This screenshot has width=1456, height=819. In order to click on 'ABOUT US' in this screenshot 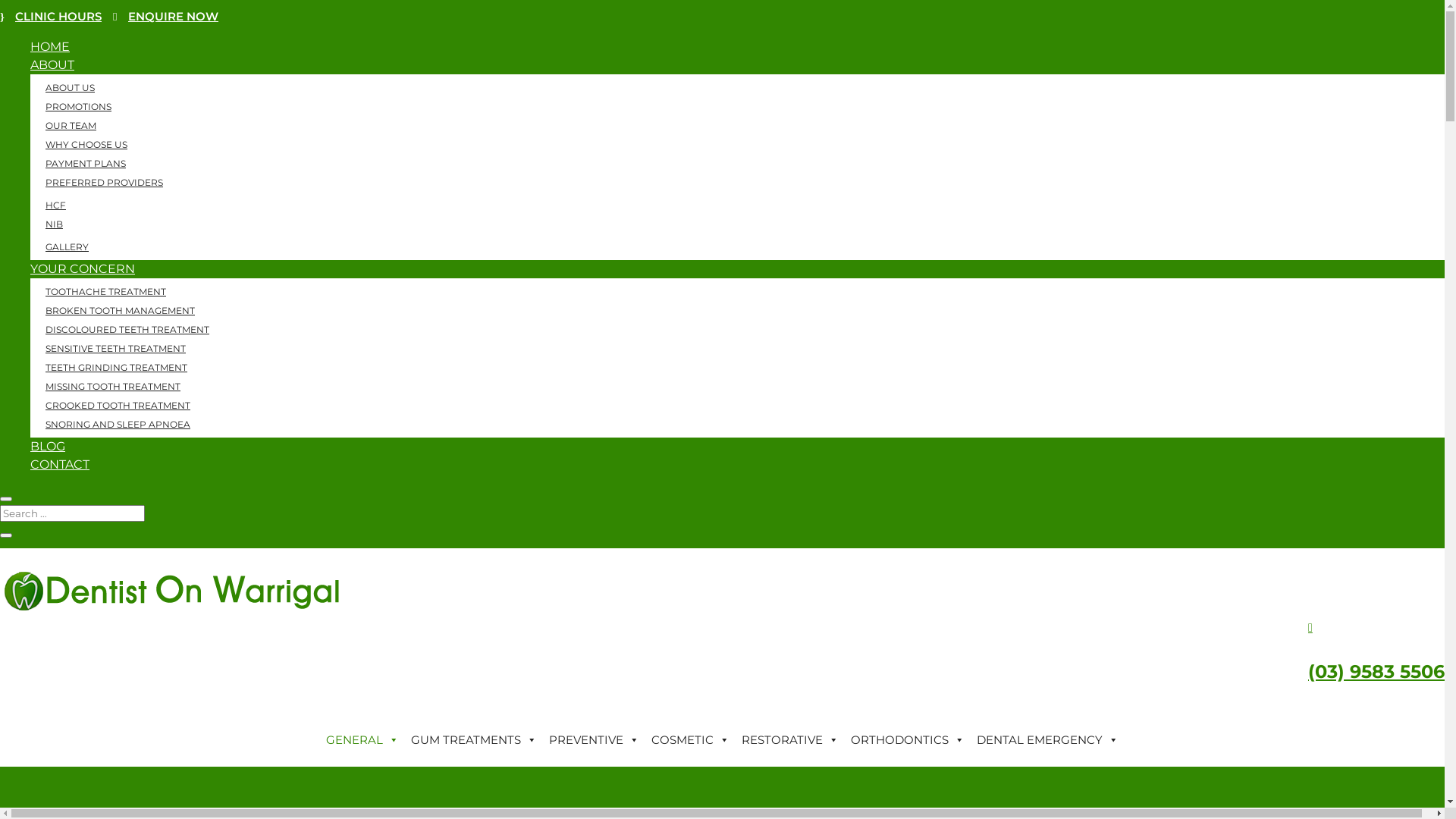, I will do `click(69, 87)`.